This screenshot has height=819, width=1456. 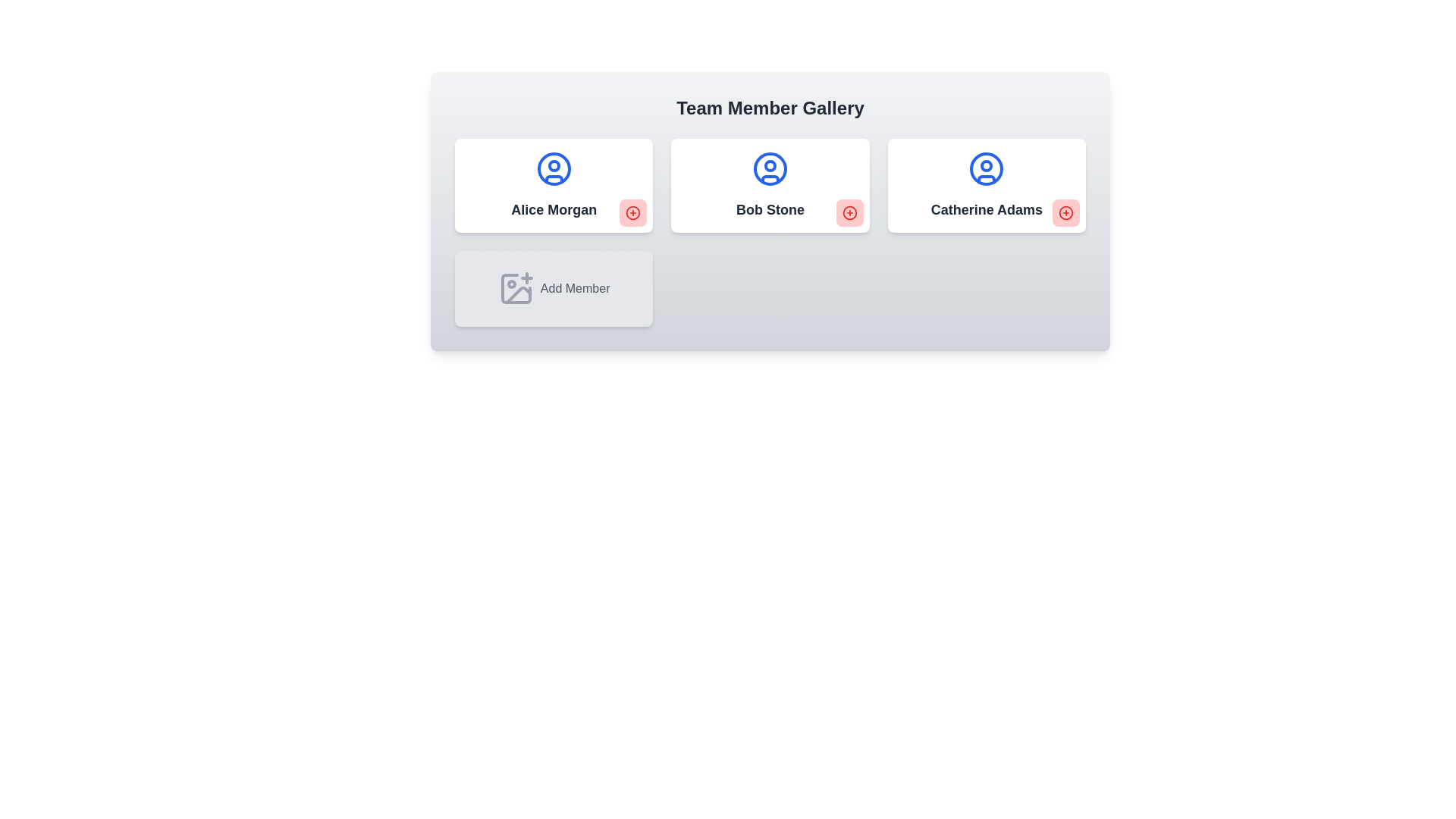 What do you see at coordinates (849, 213) in the screenshot?
I see `the circular red button with a '+' icon located at the bottom-right corner of the 'Bob Stone' card in the 'Team Member Gallery'` at bounding box center [849, 213].